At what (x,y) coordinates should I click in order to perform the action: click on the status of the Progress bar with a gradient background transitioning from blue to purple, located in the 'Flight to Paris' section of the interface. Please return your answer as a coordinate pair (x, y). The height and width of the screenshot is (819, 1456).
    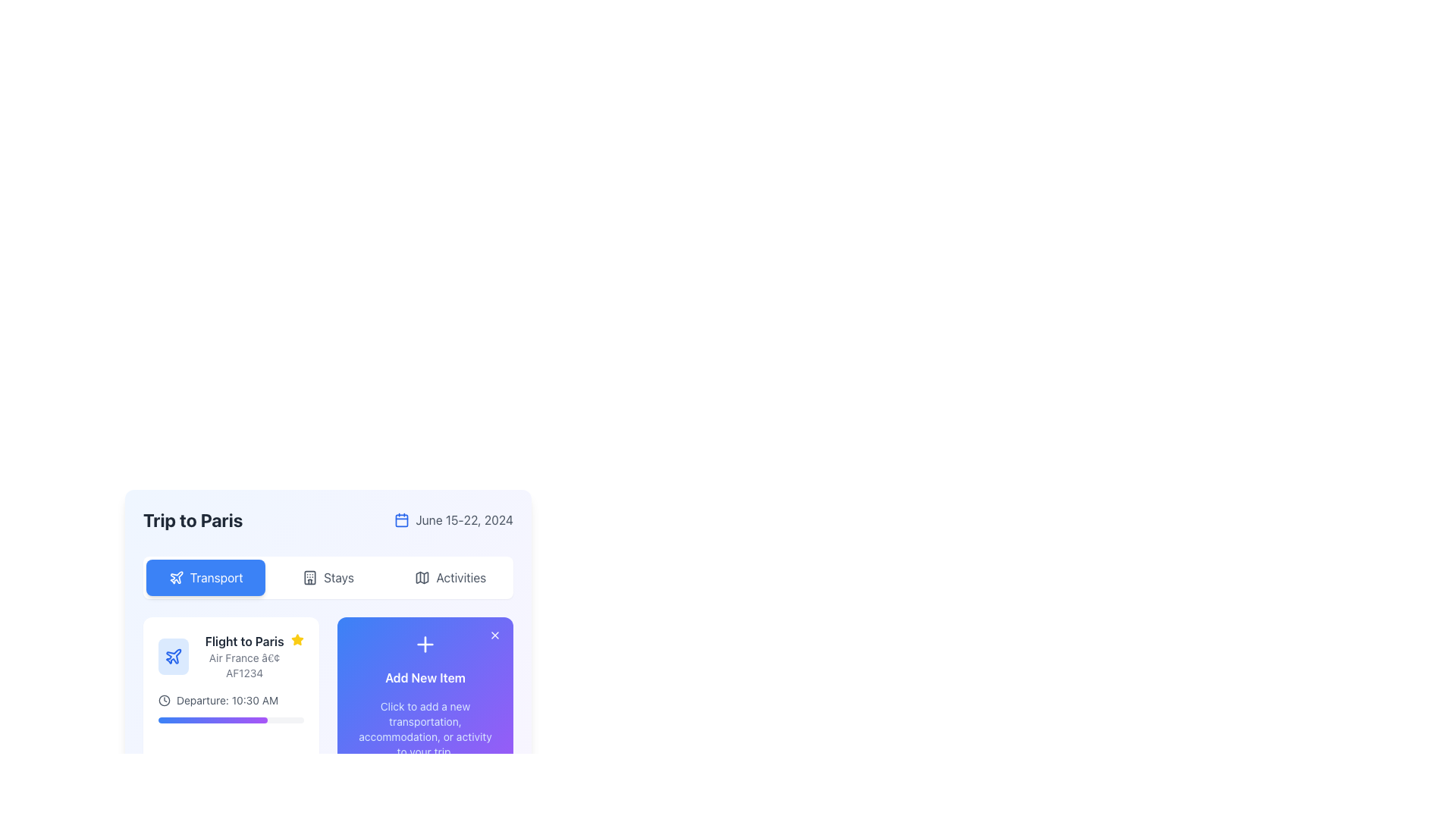
    Looking at the image, I should click on (212, 719).